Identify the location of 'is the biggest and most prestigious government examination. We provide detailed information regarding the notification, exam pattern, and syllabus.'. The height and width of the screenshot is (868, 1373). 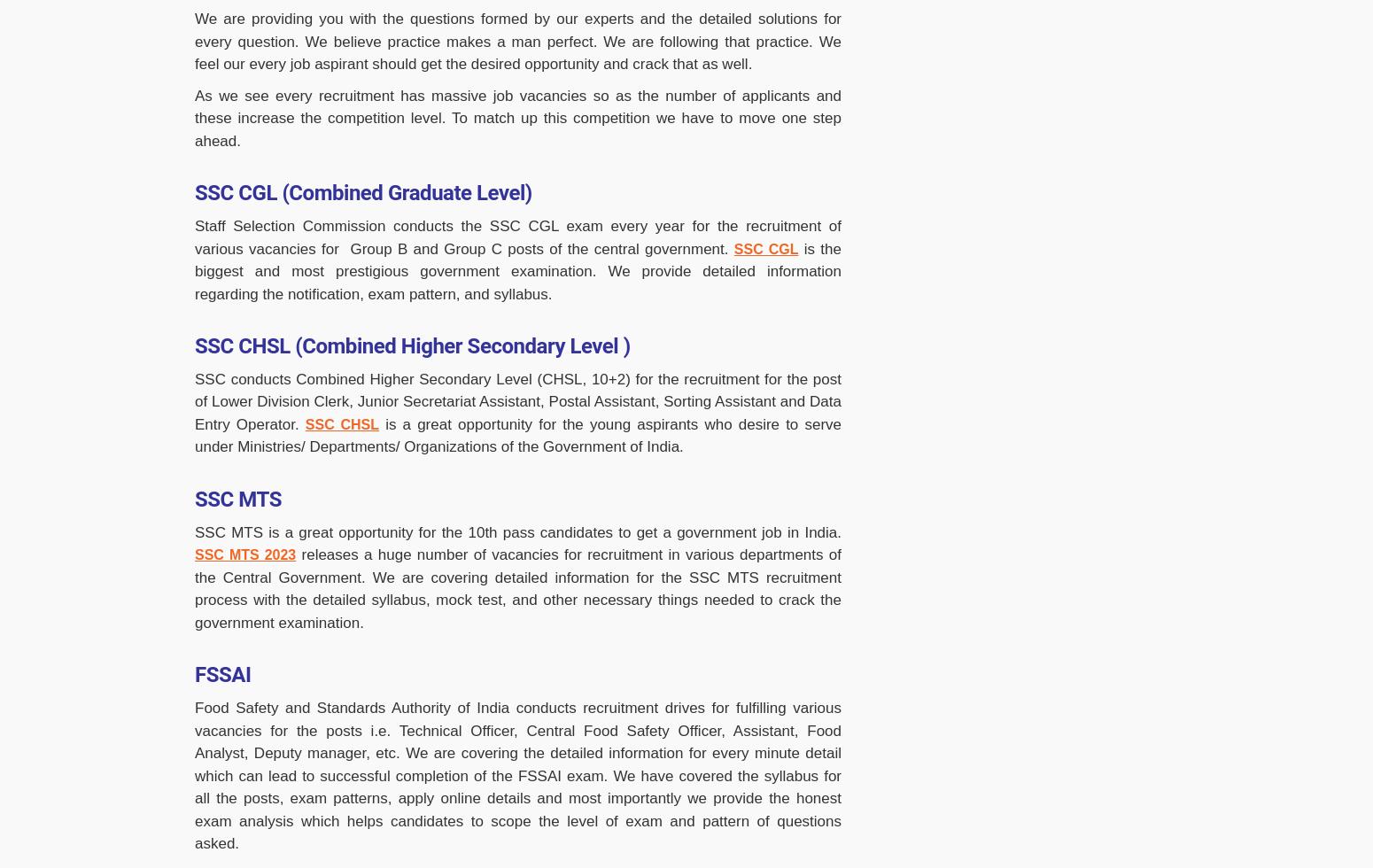
(517, 270).